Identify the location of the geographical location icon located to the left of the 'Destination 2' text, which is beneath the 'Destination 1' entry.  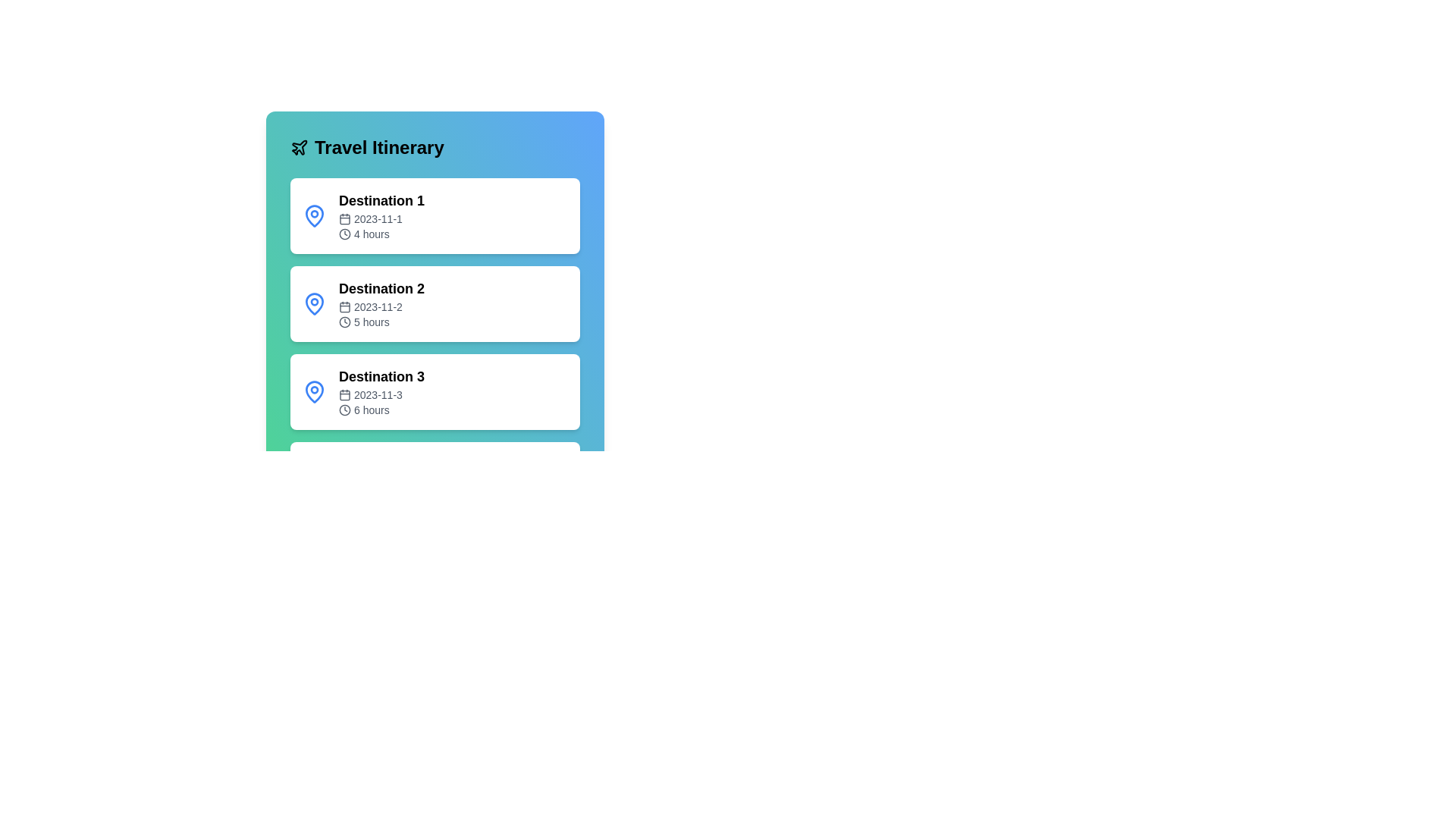
(313, 304).